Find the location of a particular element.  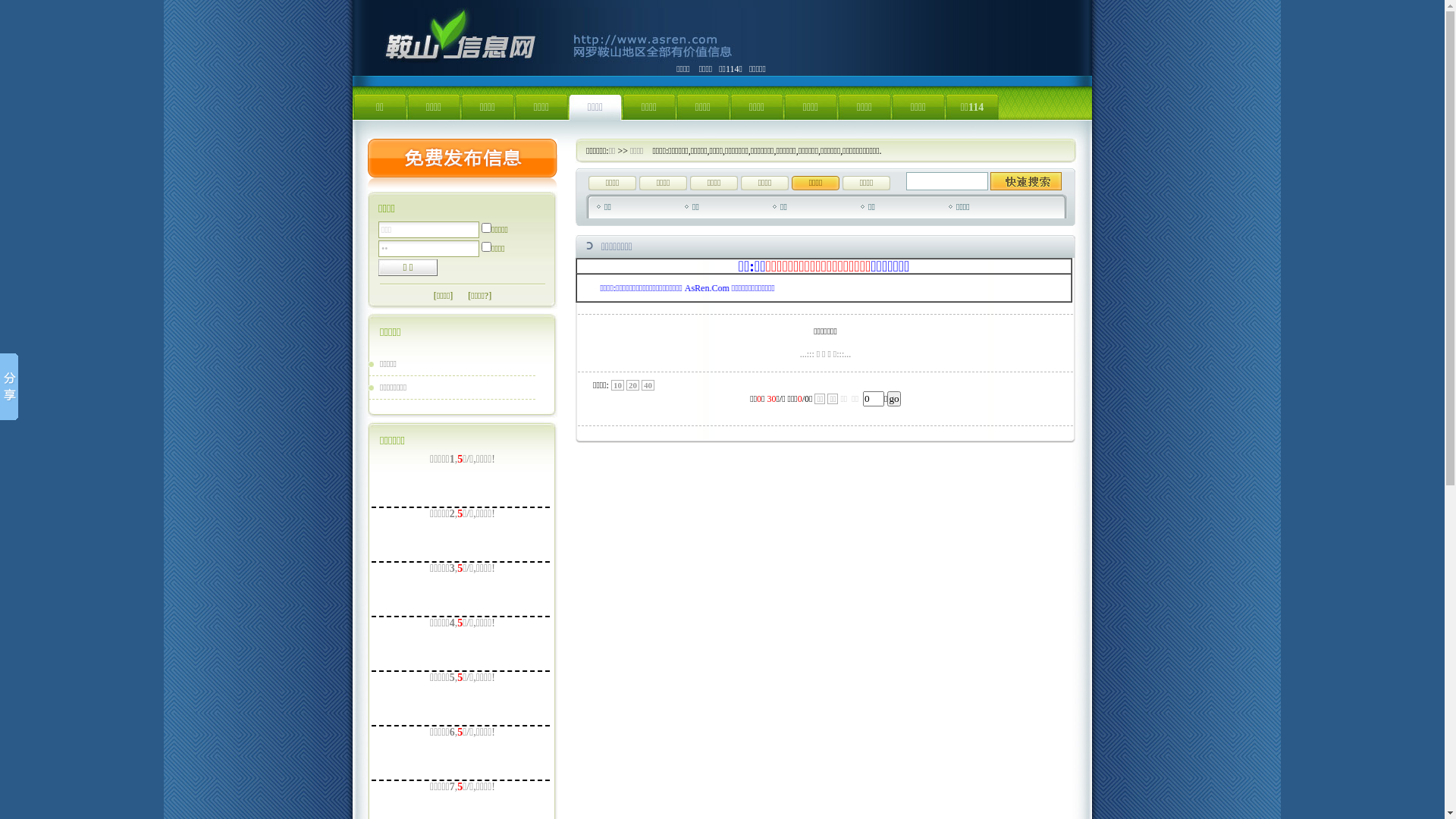

'go' is located at coordinates (893, 397).